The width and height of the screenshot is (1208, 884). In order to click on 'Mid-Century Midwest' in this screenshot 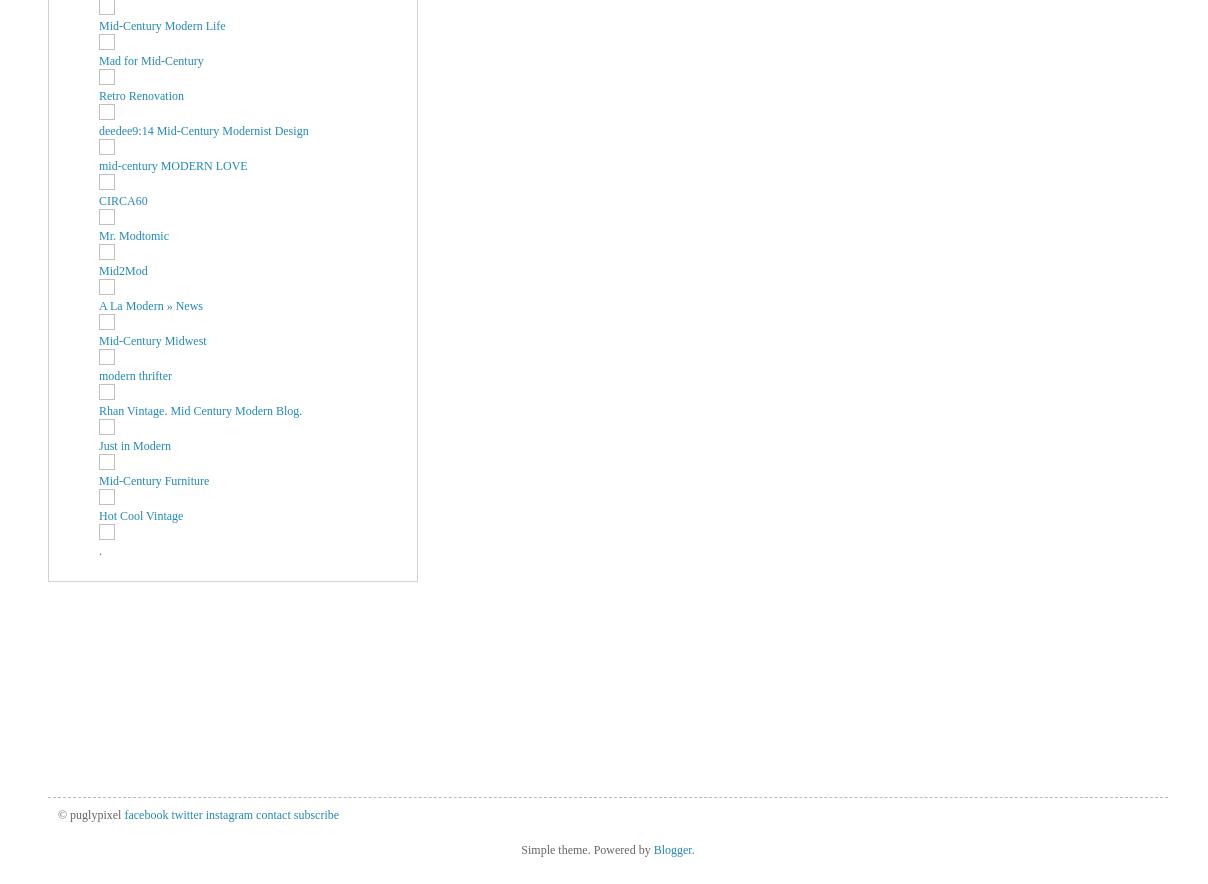, I will do `click(98, 338)`.